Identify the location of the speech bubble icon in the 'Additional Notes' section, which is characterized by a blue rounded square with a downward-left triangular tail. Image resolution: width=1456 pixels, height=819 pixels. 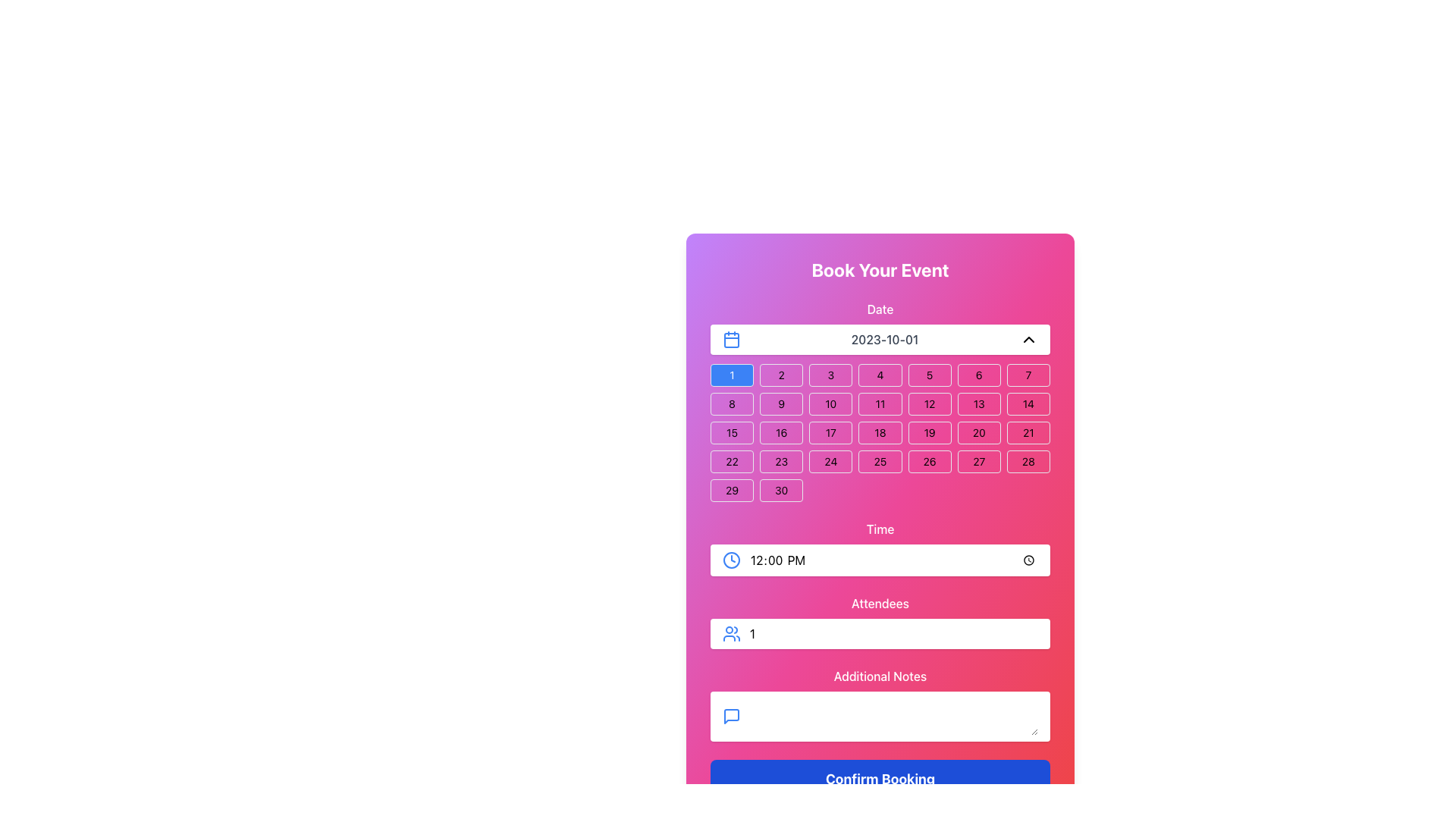
(731, 717).